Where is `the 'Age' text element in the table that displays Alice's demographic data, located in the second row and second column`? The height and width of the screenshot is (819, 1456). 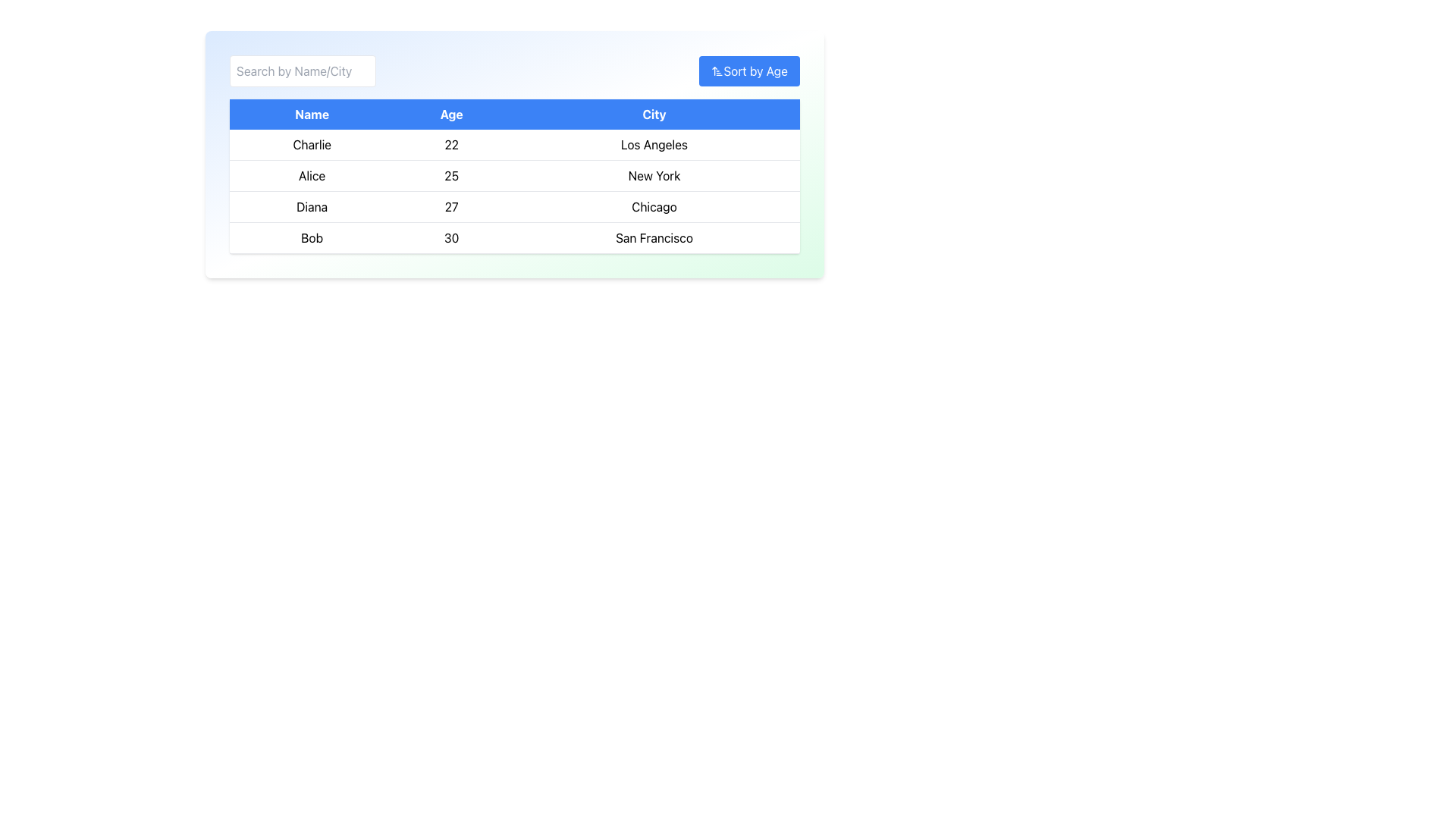 the 'Age' text element in the table that displays Alice's demographic data, located in the second row and second column is located at coordinates (450, 174).